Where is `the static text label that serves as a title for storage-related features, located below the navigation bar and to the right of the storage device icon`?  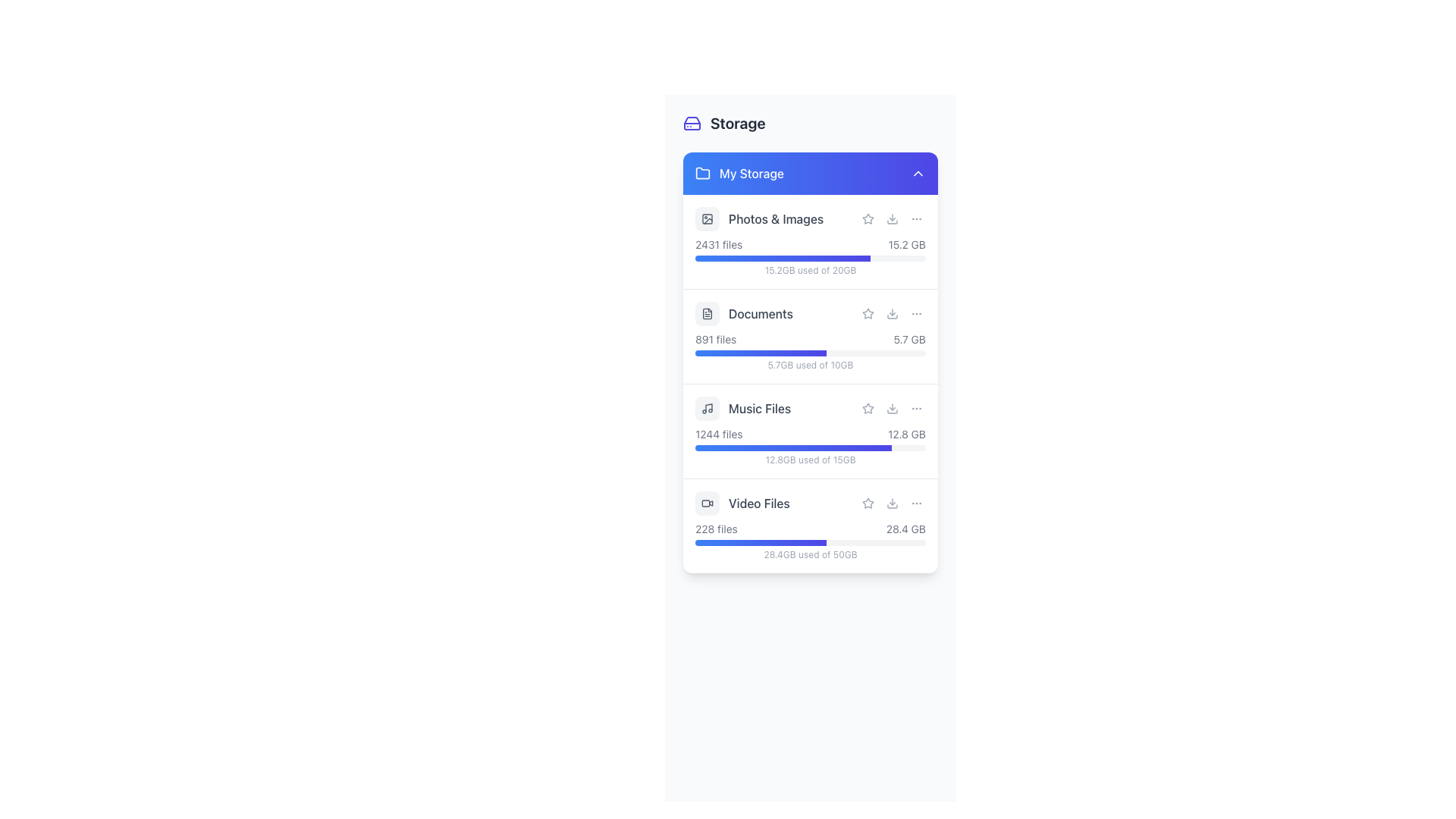
the static text label that serves as a title for storage-related features, located below the navigation bar and to the right of the storage device icon is located at coordinates (738, 122).